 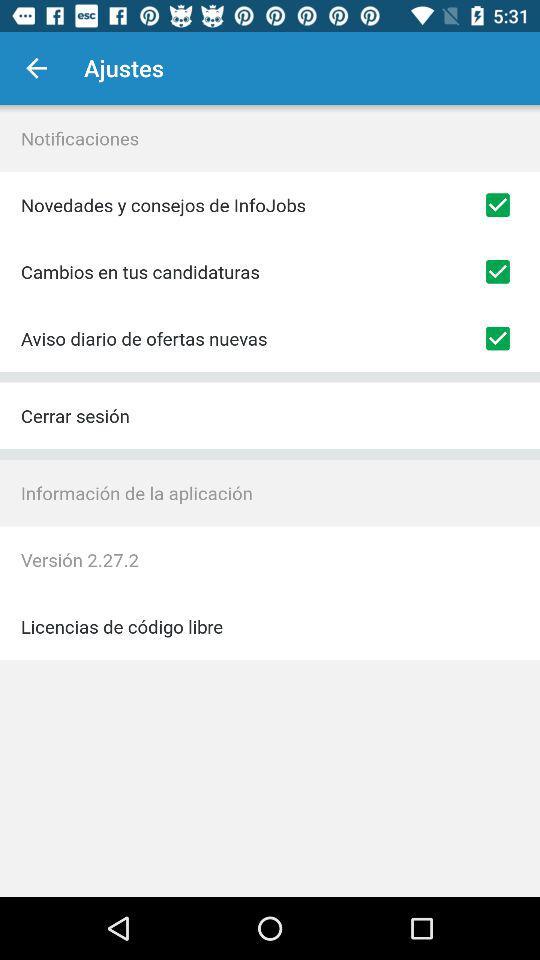 I want to click on icon to the left of ajustes item, so click(x=36, y=68).